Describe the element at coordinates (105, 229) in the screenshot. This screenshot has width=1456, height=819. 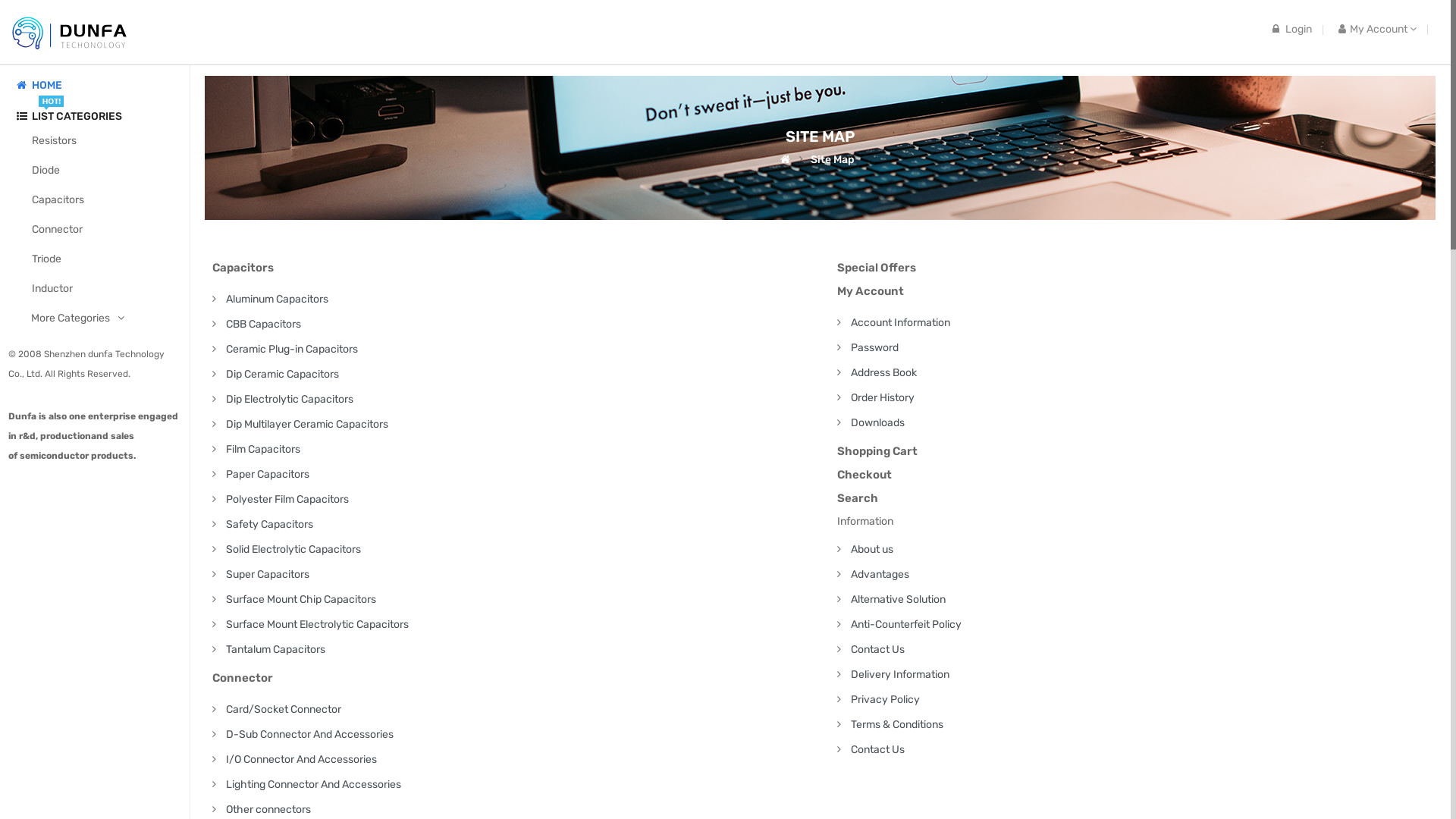
I see `'Connector'` at that location.